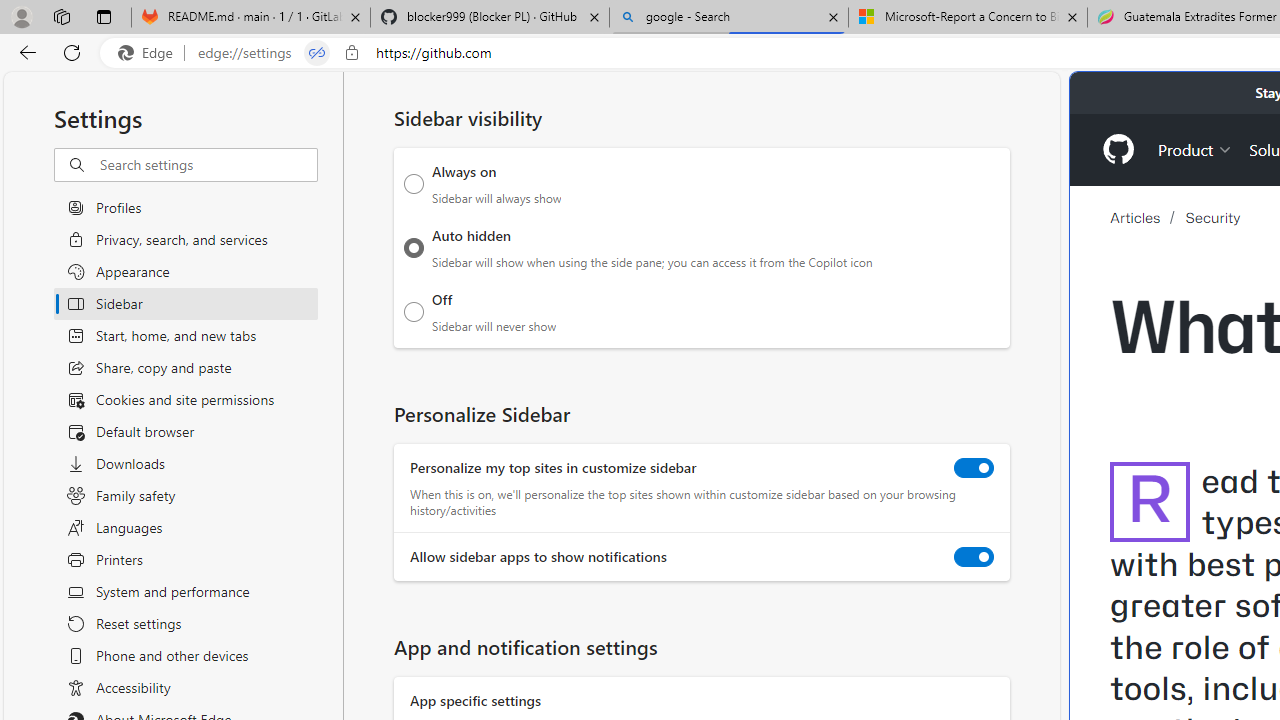 This screenshot has height=720, width=1280. Describe the element at coordinates (1212, 217) in the screenshot. I see `'Security'` at that location.